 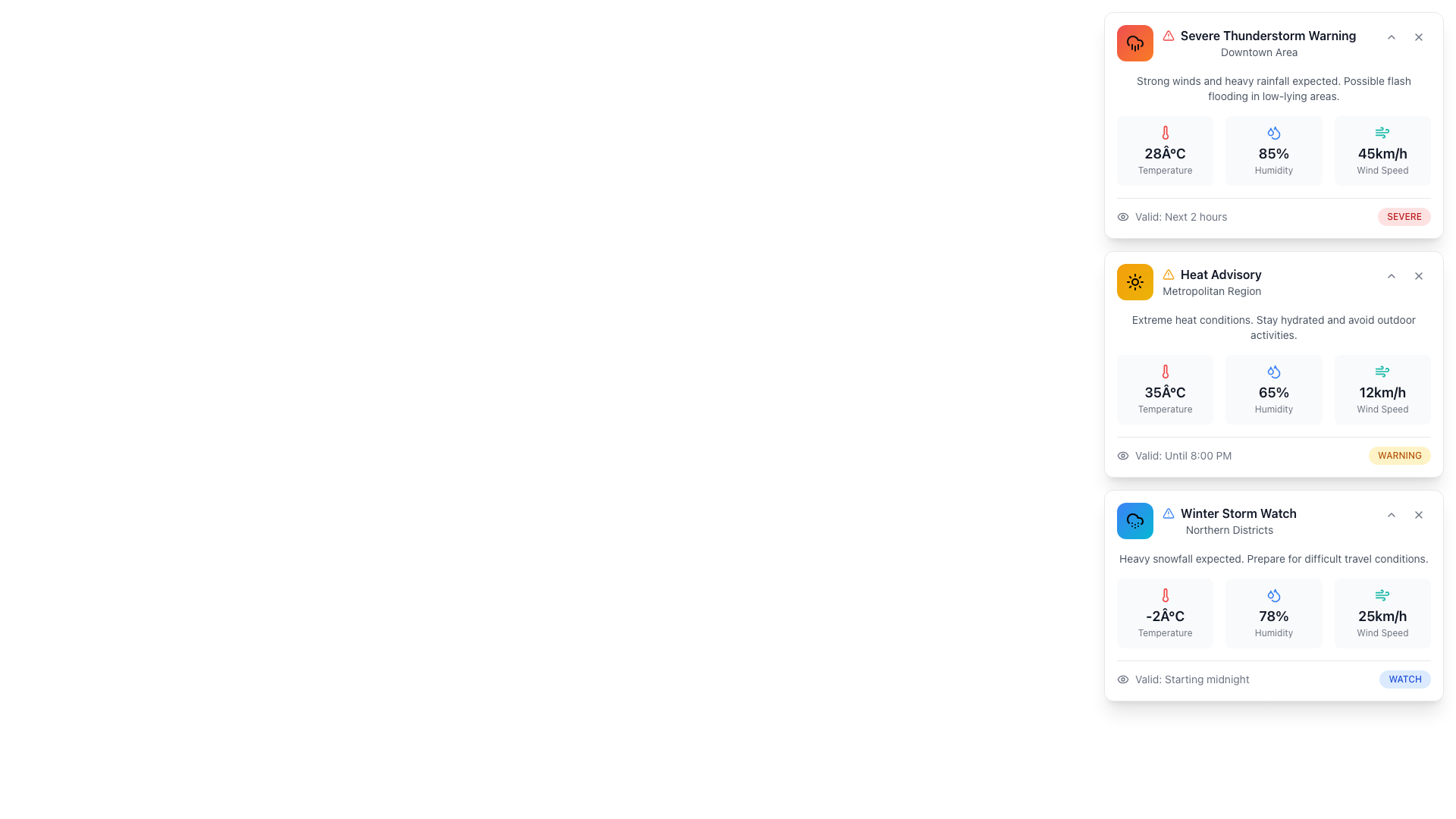 What do you see at coordinates (1274, 613) in the screenshot?
I see `the grid-based informational display component that shows weather information (temperature, humidity, wind speed) within the 'Winter Storm Watch' card` at bounding box center [1274, 613].